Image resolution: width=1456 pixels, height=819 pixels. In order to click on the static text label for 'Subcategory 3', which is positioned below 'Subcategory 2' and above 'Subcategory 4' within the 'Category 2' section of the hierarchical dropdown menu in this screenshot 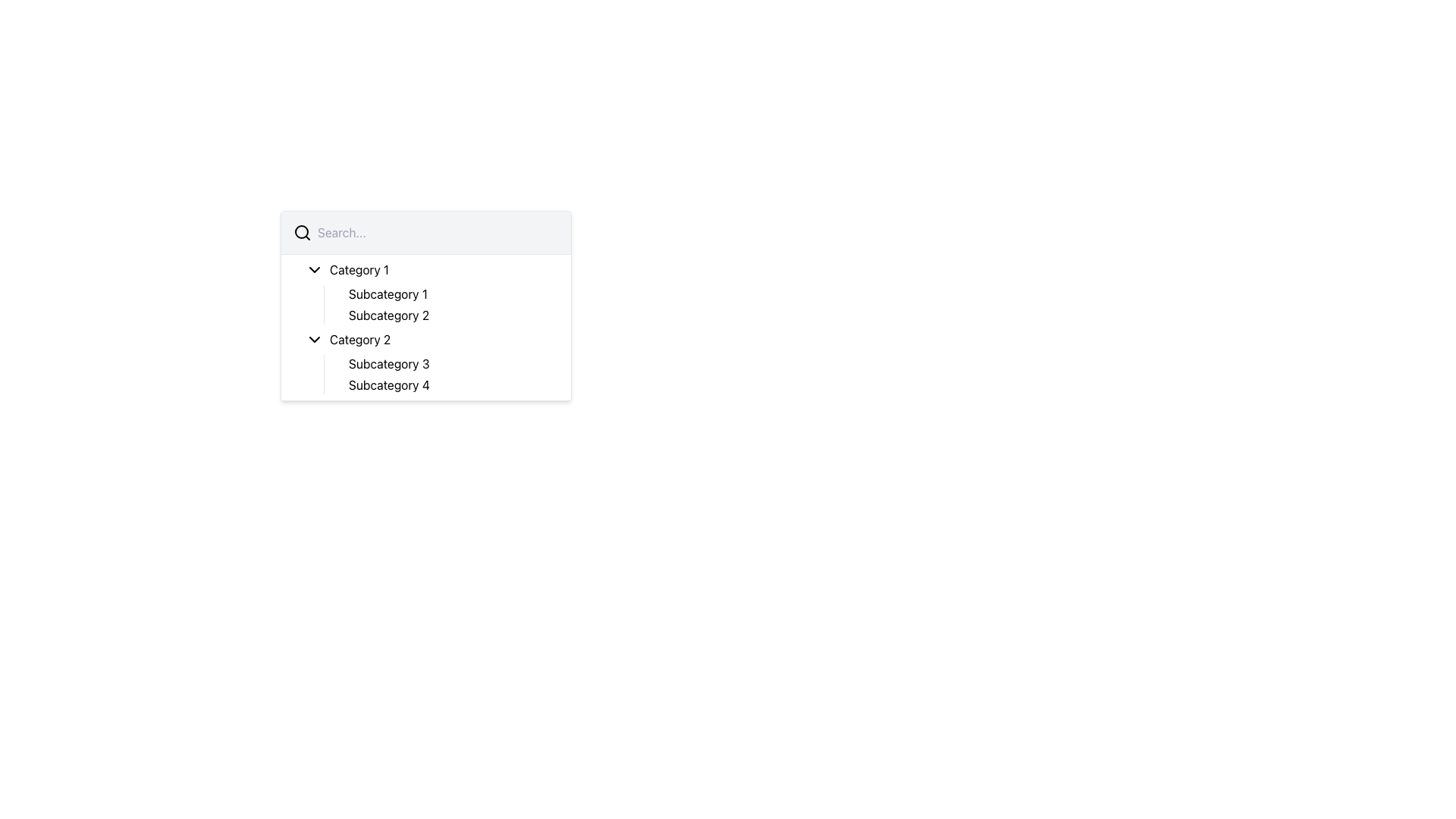, I will do `click(389, 363)`.